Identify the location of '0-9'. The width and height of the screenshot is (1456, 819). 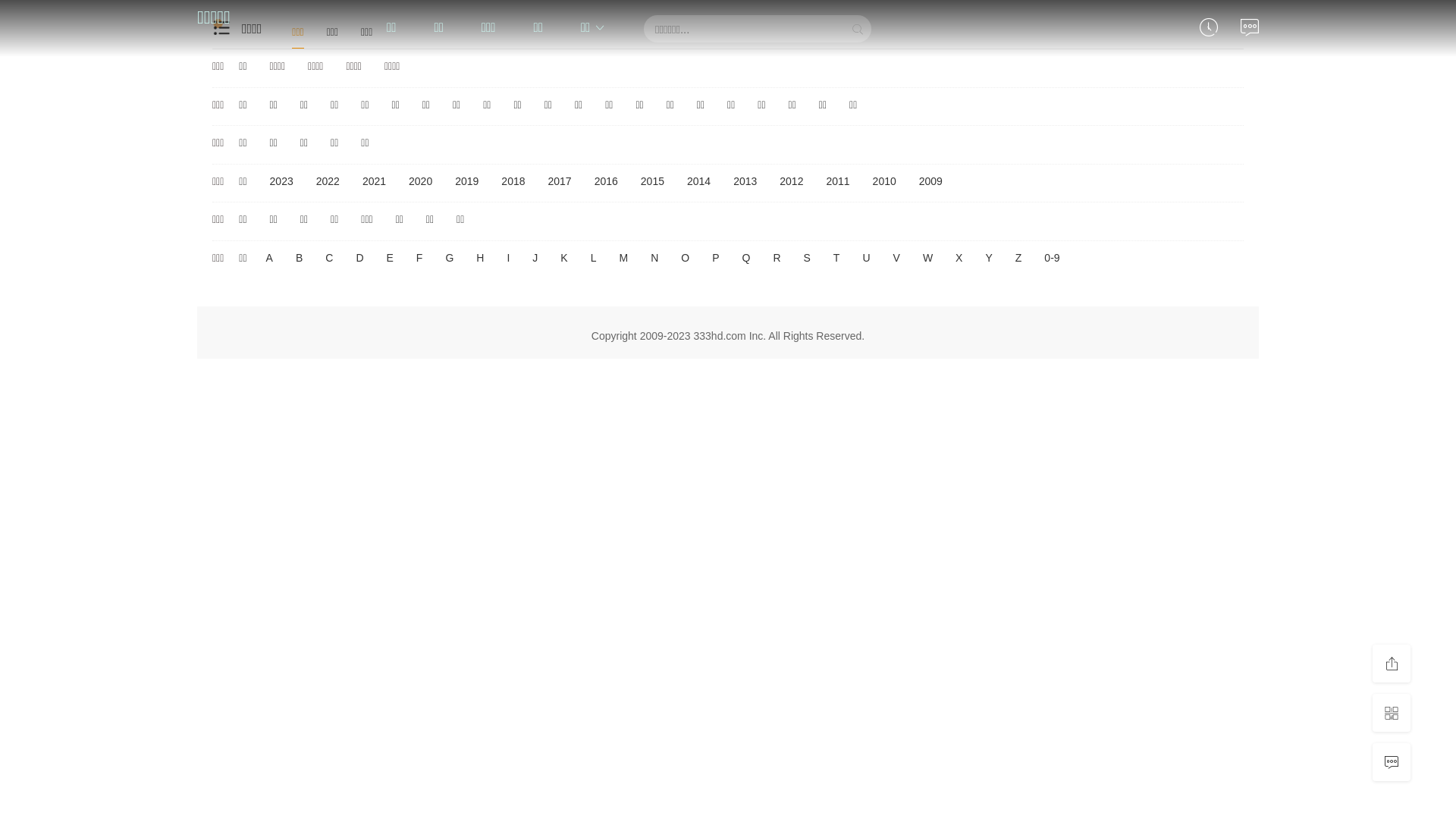
(1051, 257).